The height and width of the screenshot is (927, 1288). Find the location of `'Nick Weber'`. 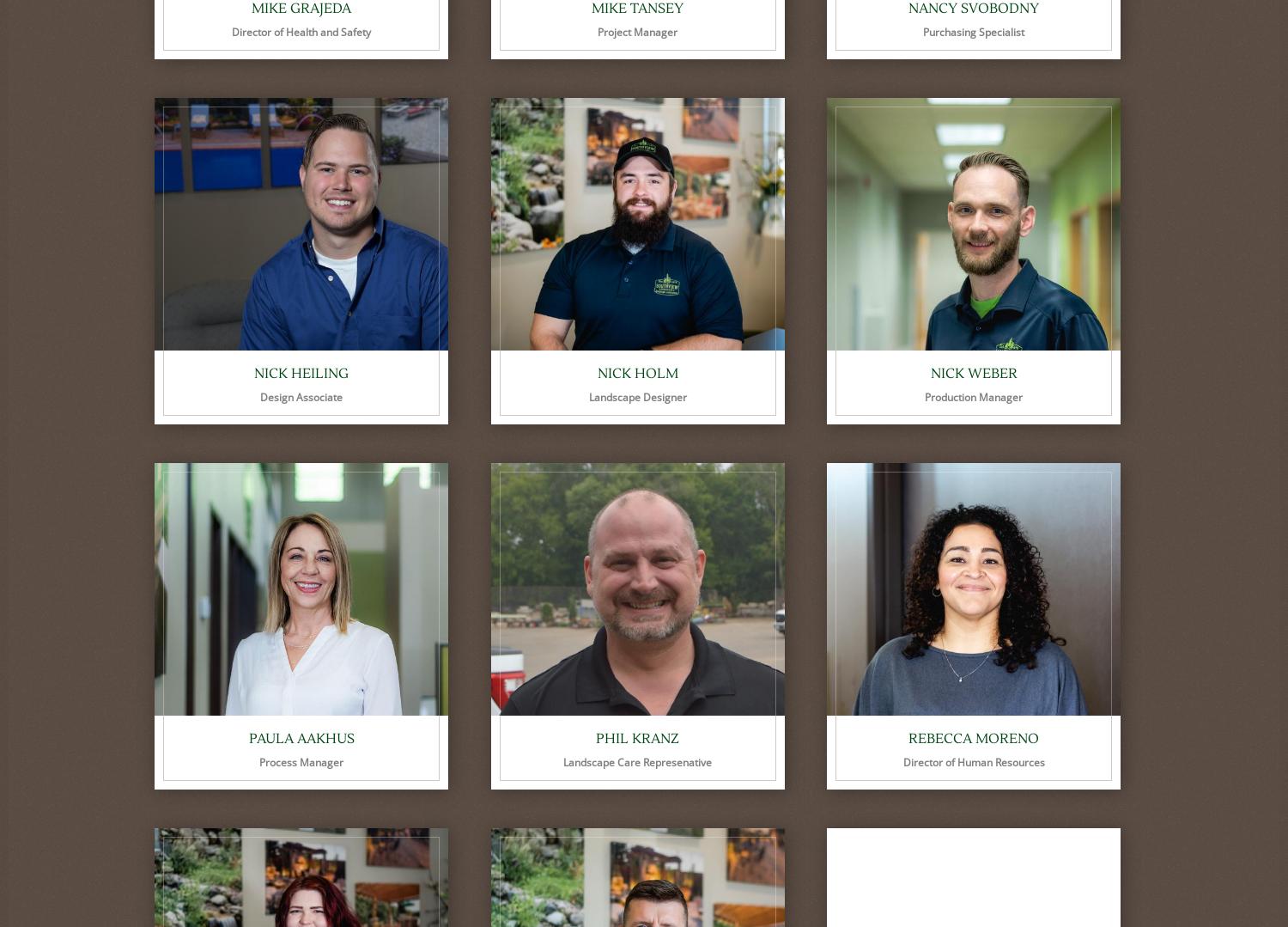

'Nick Weber' is located at coordinates (929, 374).